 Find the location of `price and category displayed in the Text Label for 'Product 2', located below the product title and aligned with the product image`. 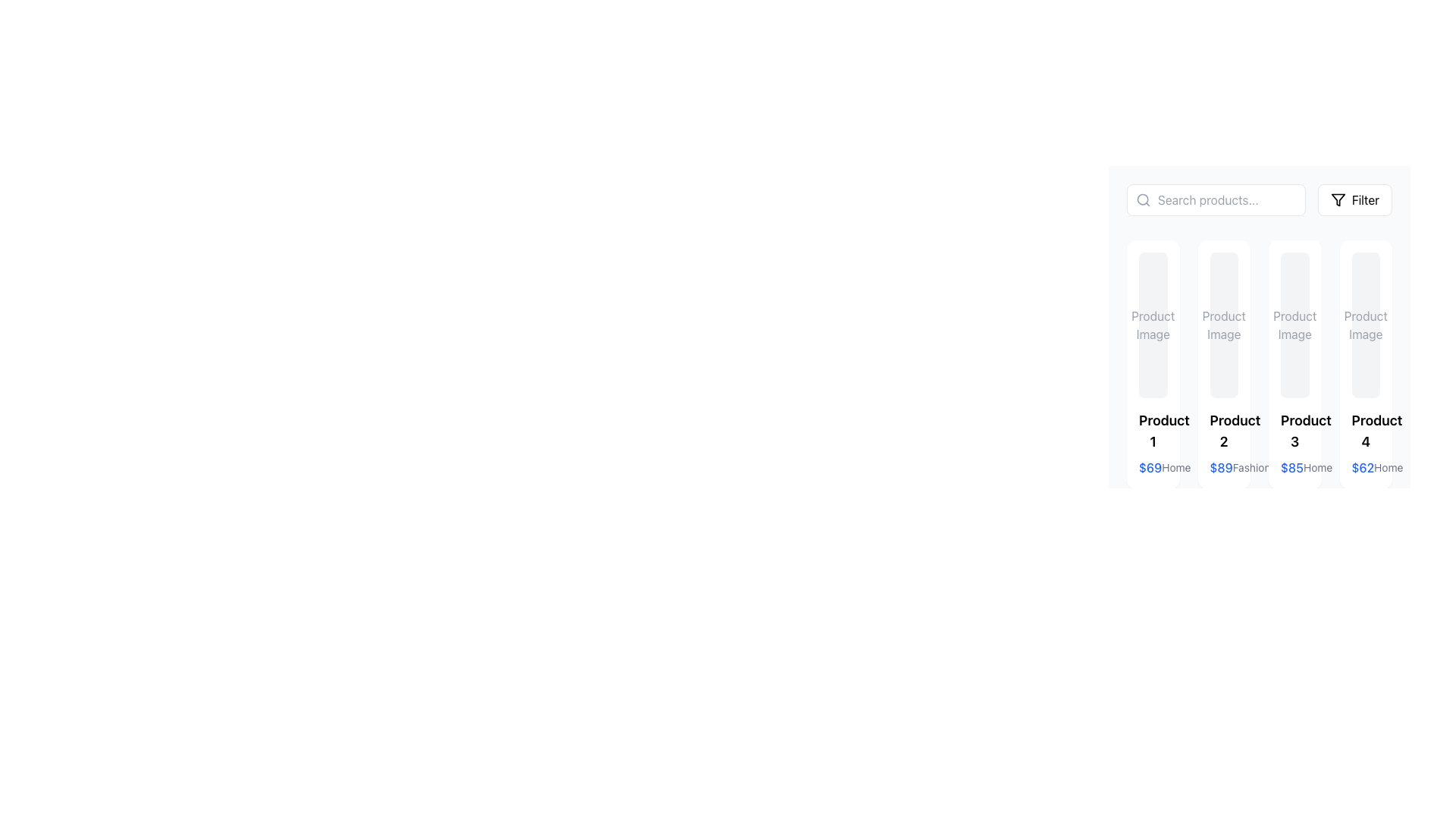

price and category displayed in the Text Label for 'Product 2', located below the product title and aligned with the product image is located at coordinates (1224, 467).